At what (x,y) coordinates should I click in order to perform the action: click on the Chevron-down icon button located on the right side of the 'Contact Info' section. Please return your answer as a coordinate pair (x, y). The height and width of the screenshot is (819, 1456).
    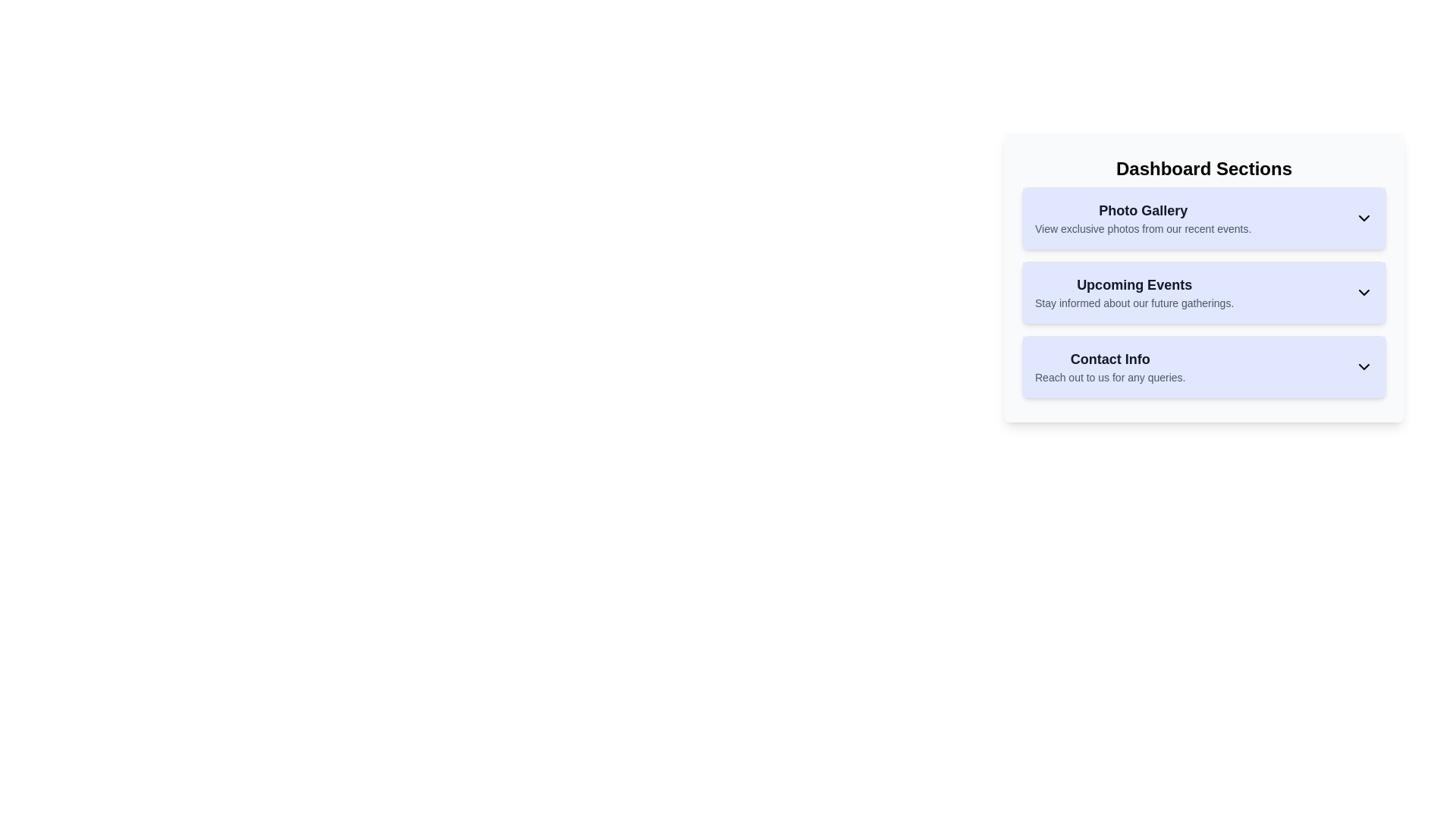
    Looking at the image, I should click on (1364, 366).